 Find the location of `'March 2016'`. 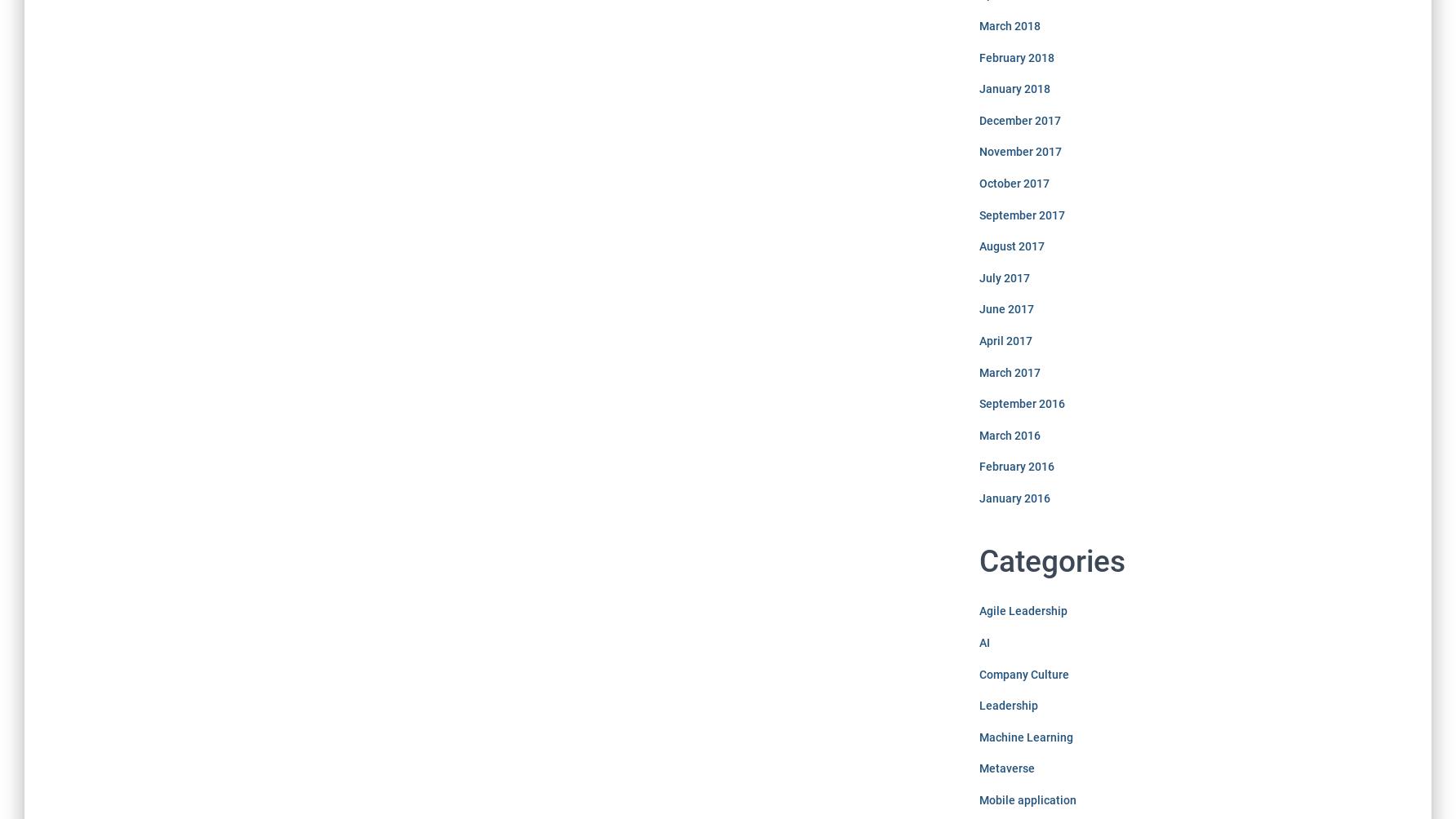

'March 2016' is located at coordinates (1008, 435).